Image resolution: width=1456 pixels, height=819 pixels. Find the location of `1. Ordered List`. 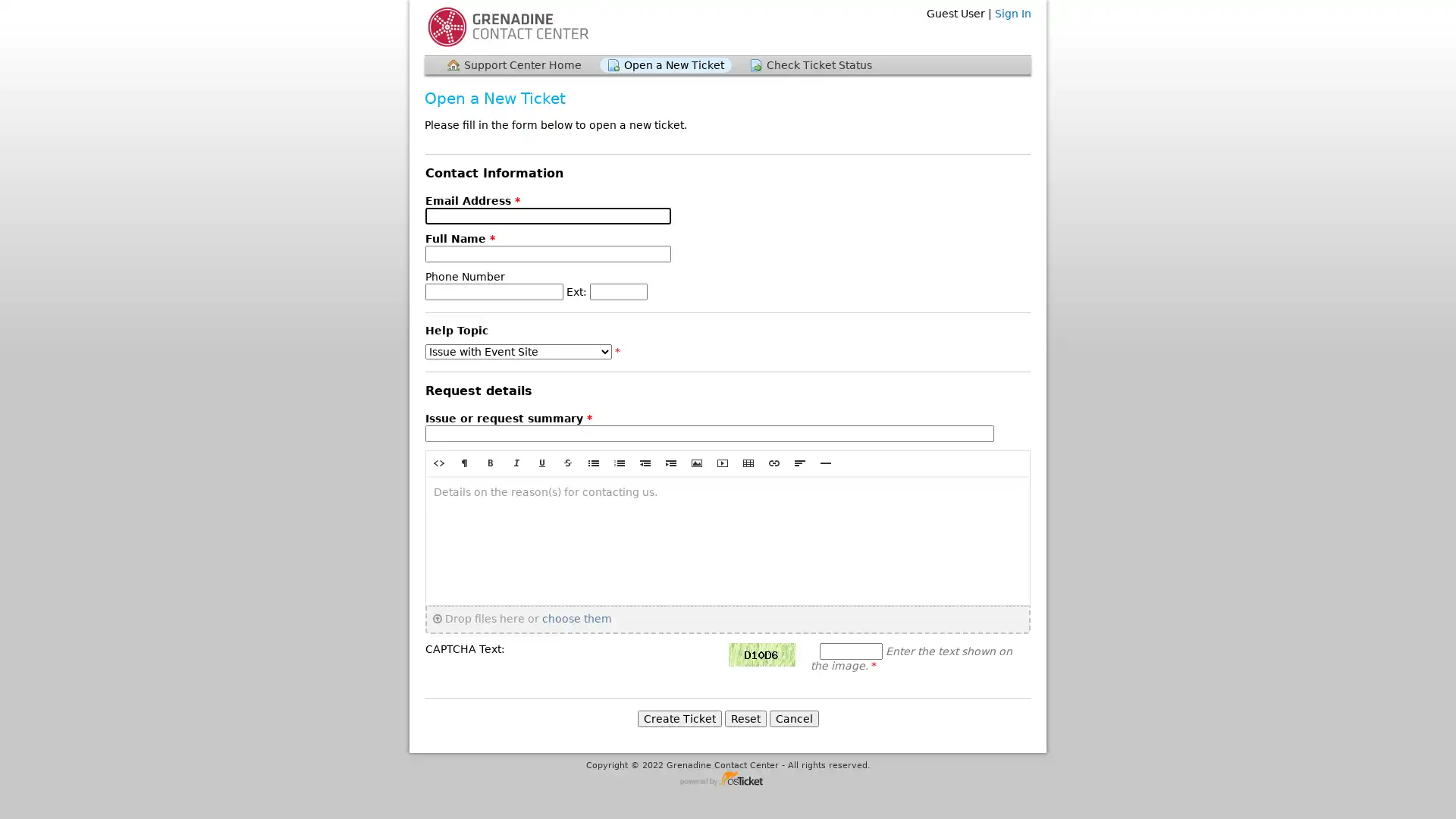

1. Ordered List is located at coordinates (619, 462).